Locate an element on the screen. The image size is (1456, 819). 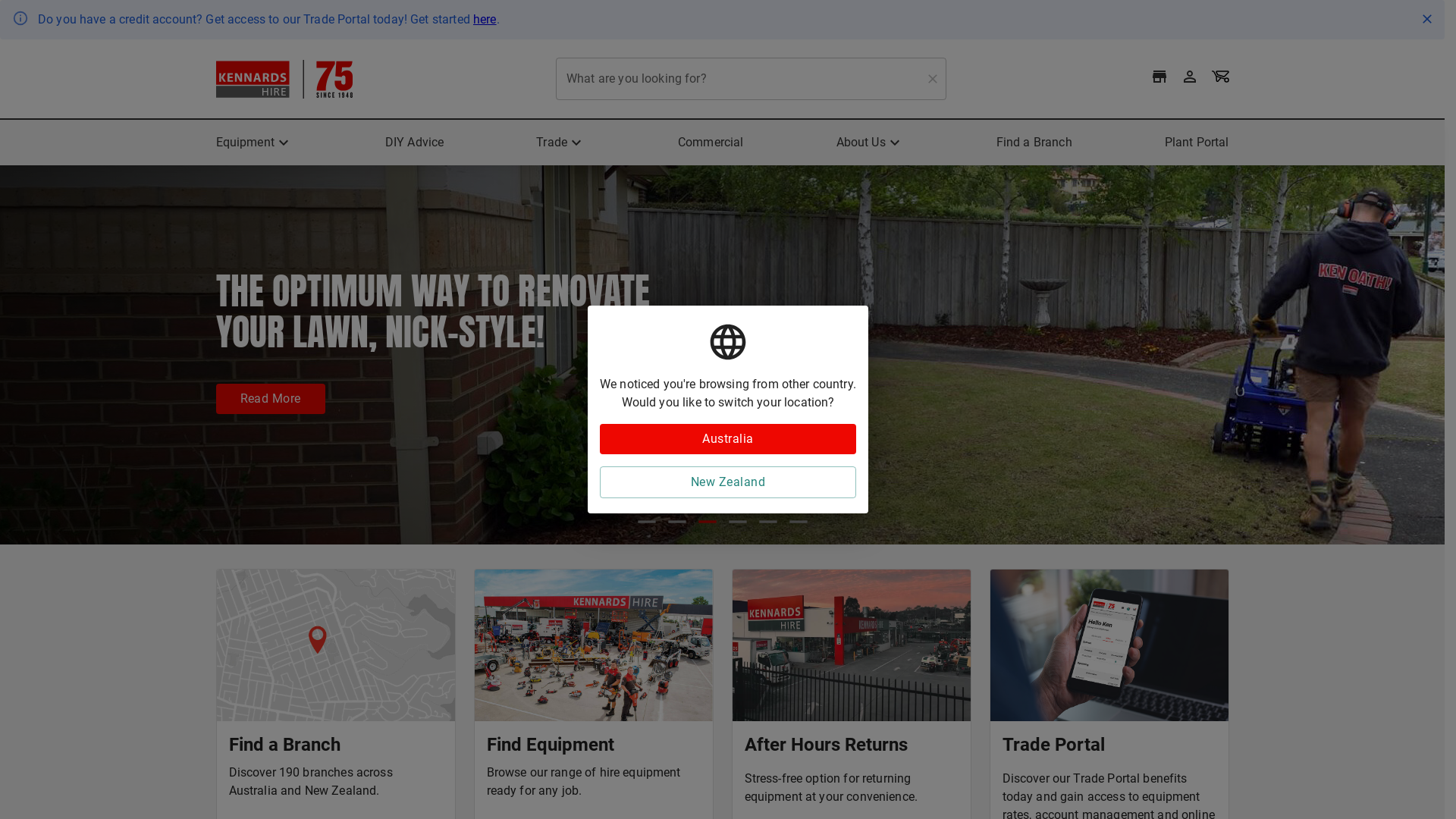
'Commercial' is located at coordinates (710, 143).